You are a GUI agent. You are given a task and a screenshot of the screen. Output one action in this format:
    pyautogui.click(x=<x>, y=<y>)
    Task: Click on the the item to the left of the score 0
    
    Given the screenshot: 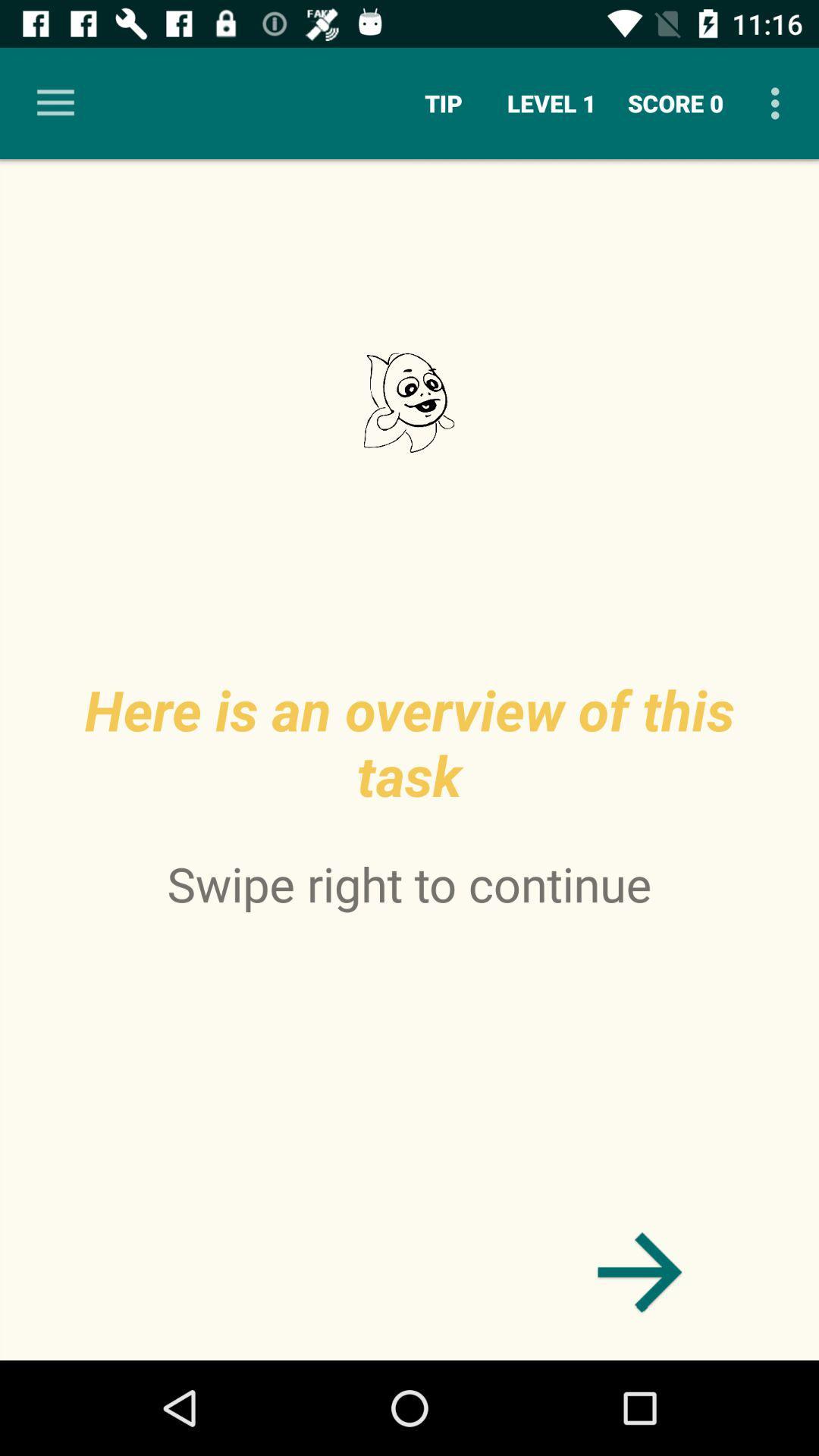 What is the action you would take?
    pyautogui.click(x=551, y=102)
    